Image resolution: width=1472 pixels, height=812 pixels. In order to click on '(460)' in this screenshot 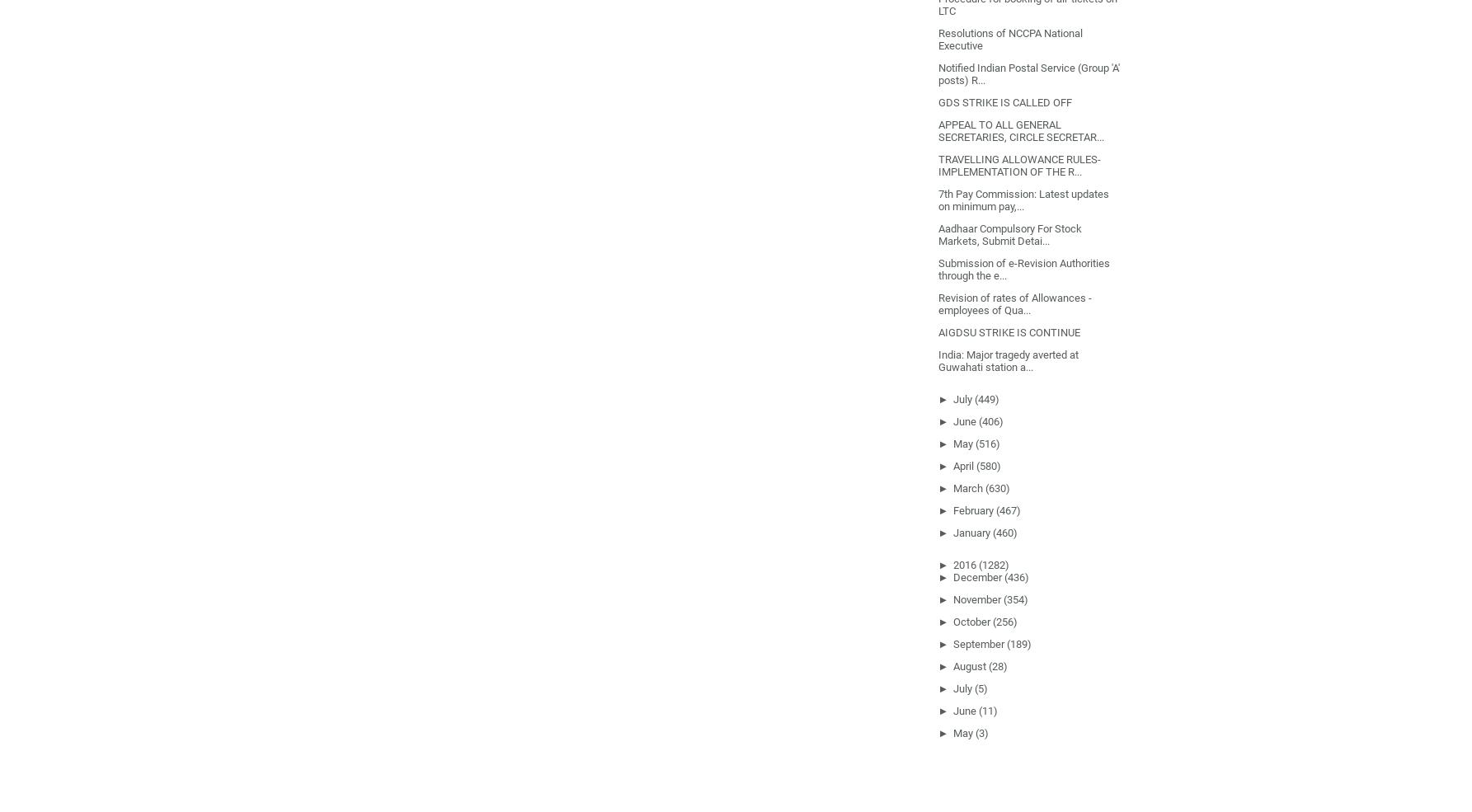, I will do `click(991, 531)`.